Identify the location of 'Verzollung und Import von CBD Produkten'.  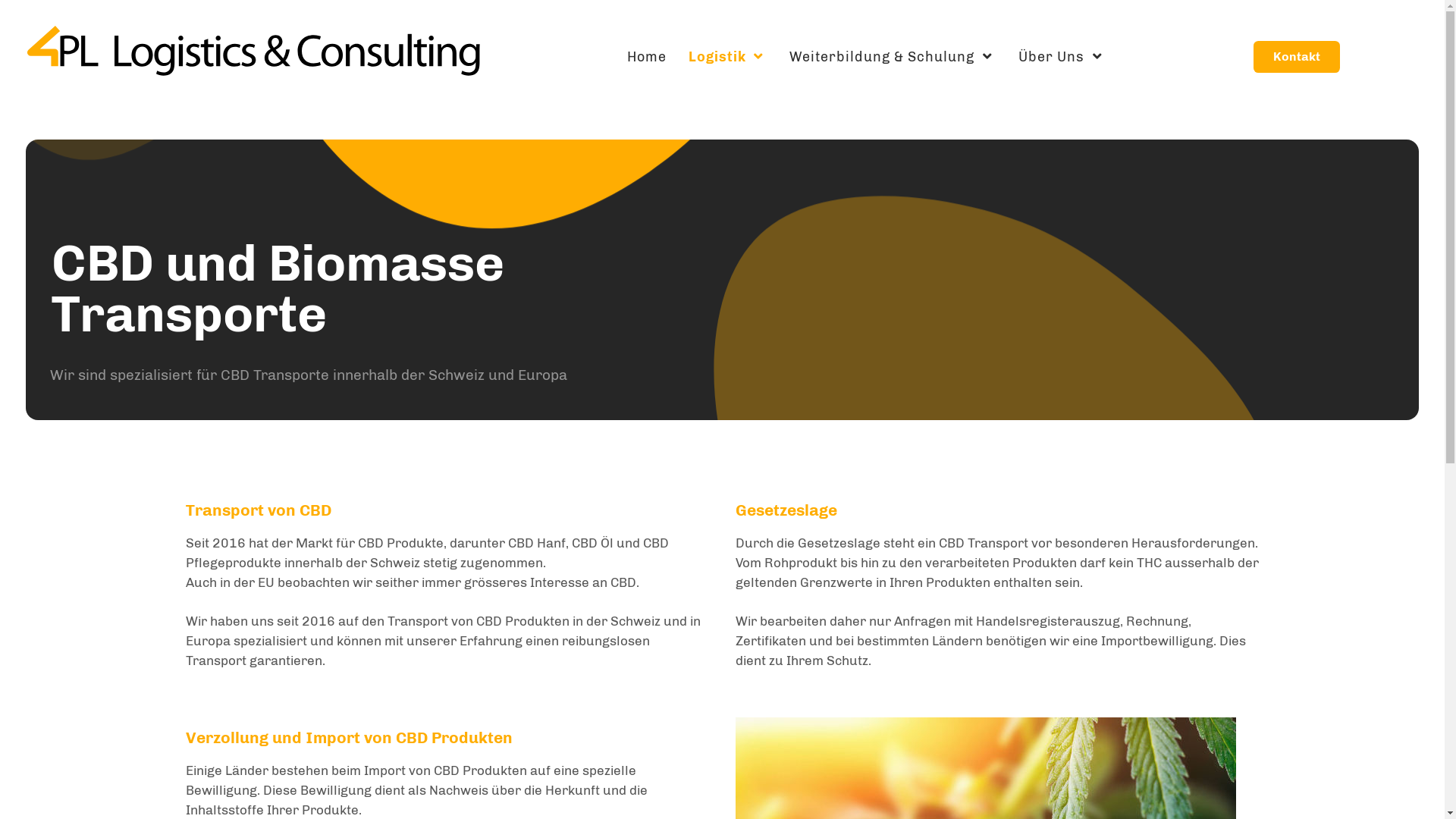
(347, 736).